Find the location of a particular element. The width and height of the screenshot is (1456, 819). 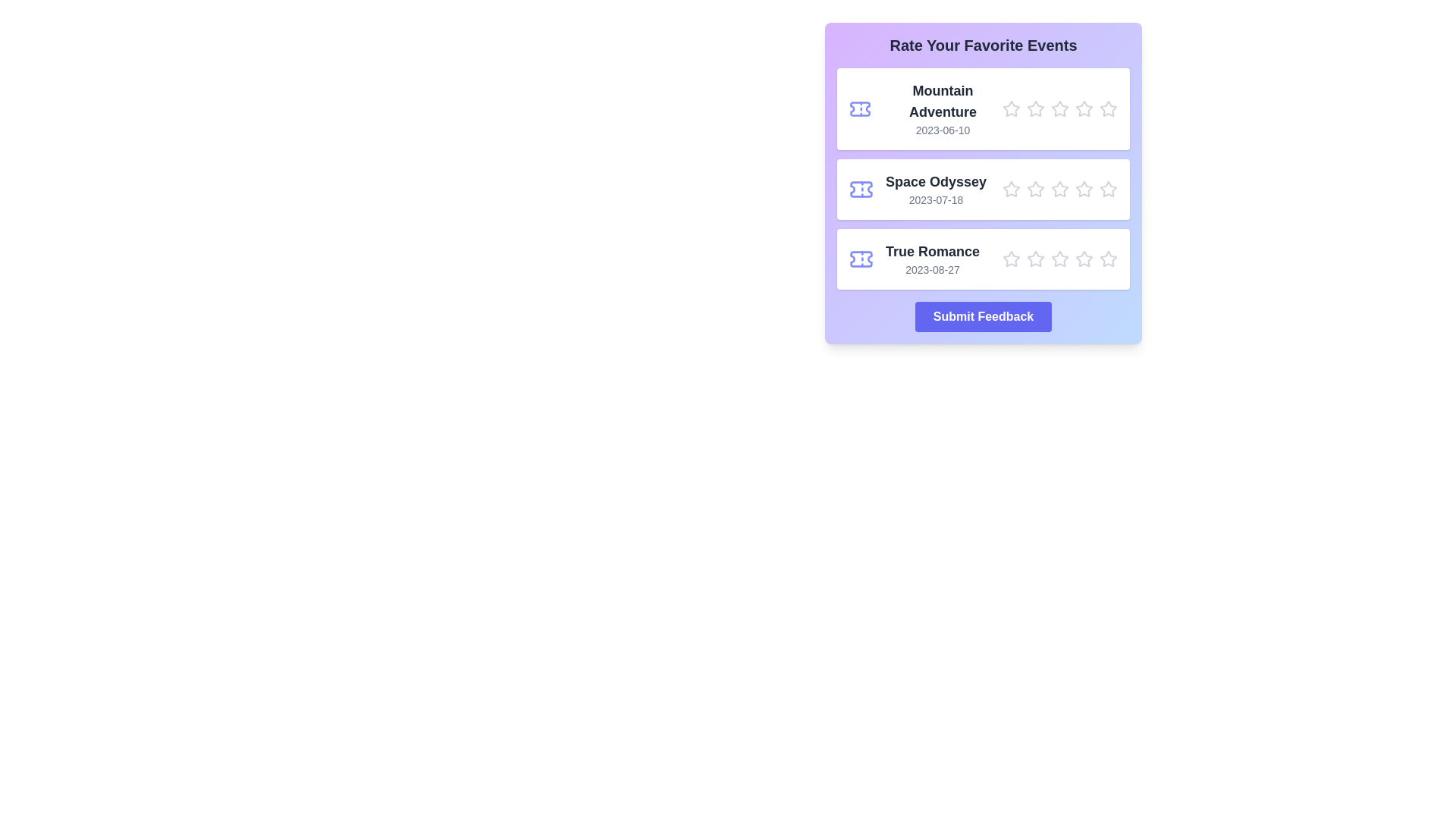

the star corresponding to the rating 4 for the movie True Romance is located at coordinates (1084, 259).